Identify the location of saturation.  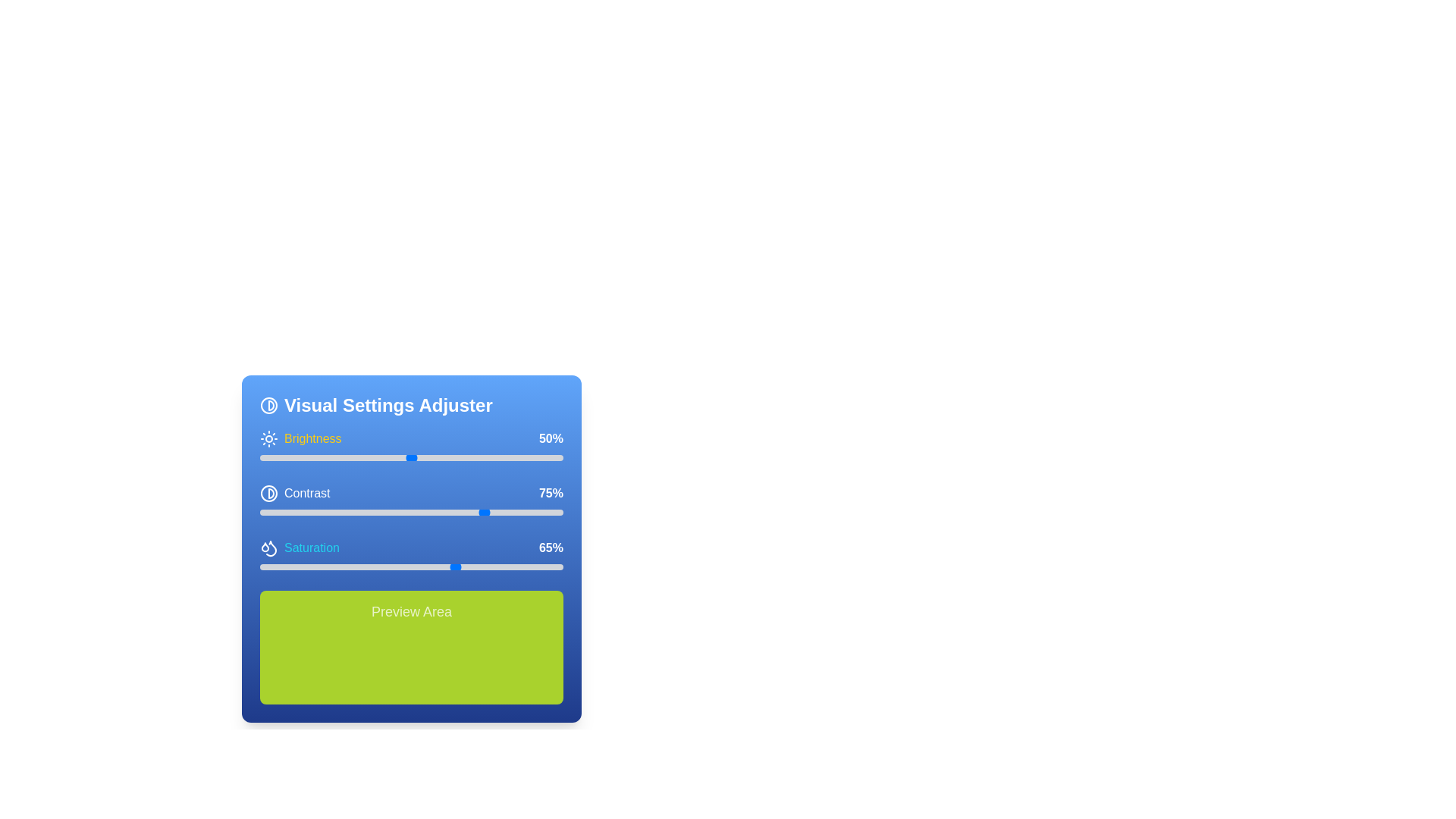
(308, 567).